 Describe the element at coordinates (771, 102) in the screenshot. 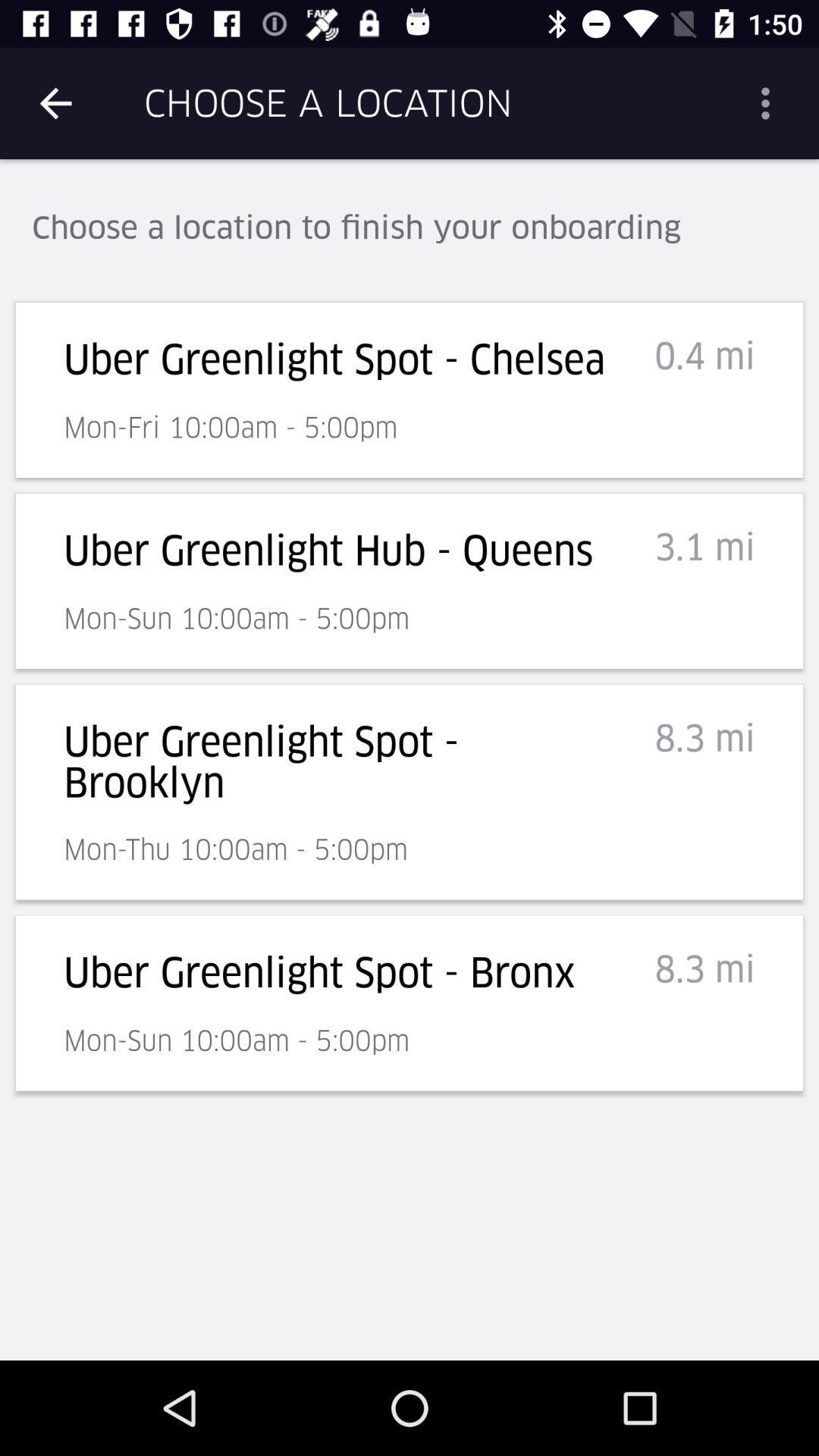

I see `the item next to the choose a location icon` at that location.